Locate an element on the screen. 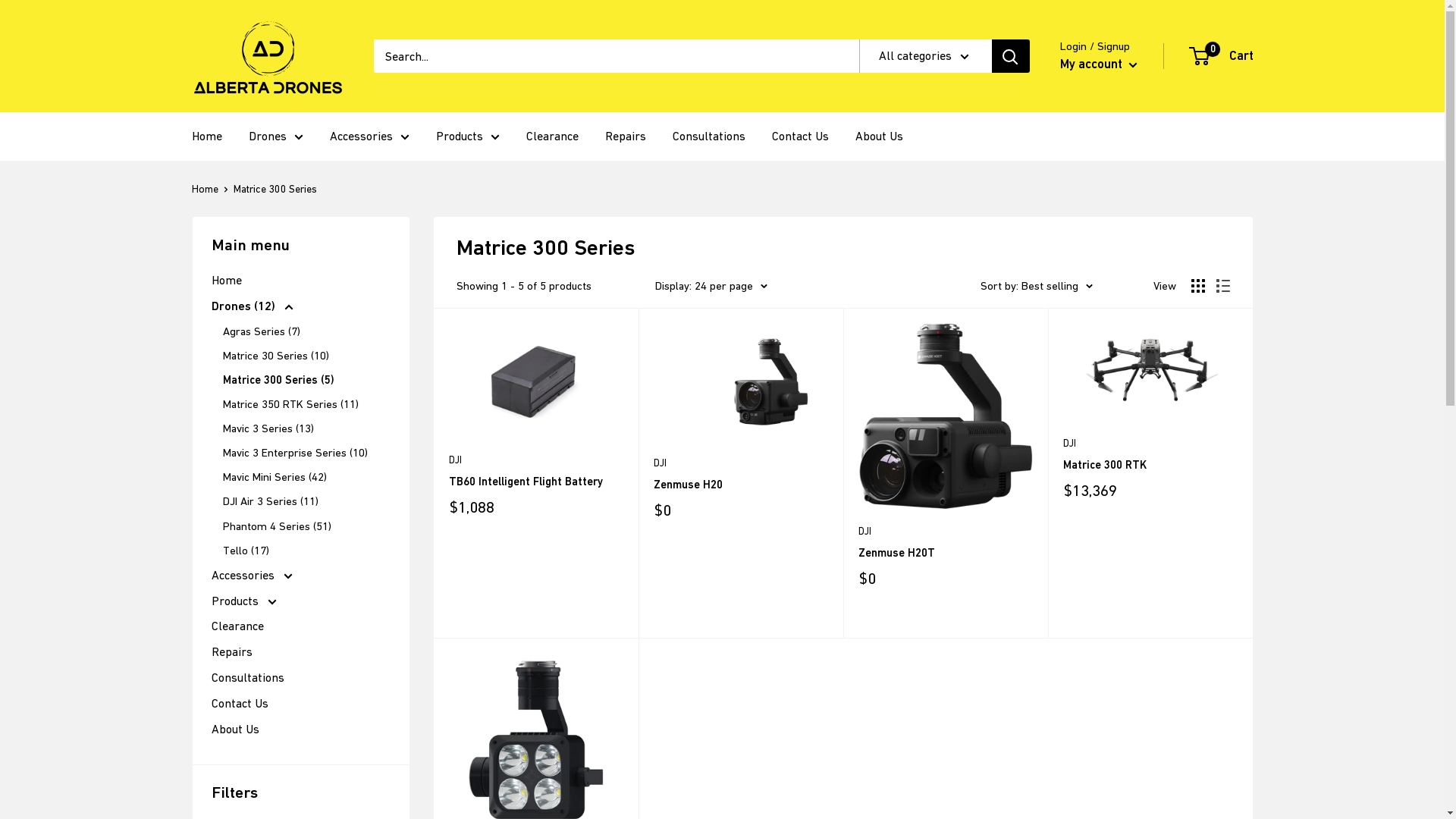 This screenshot has width=1456, height=819. 'Accessories' is located at coordinates (300, 576).